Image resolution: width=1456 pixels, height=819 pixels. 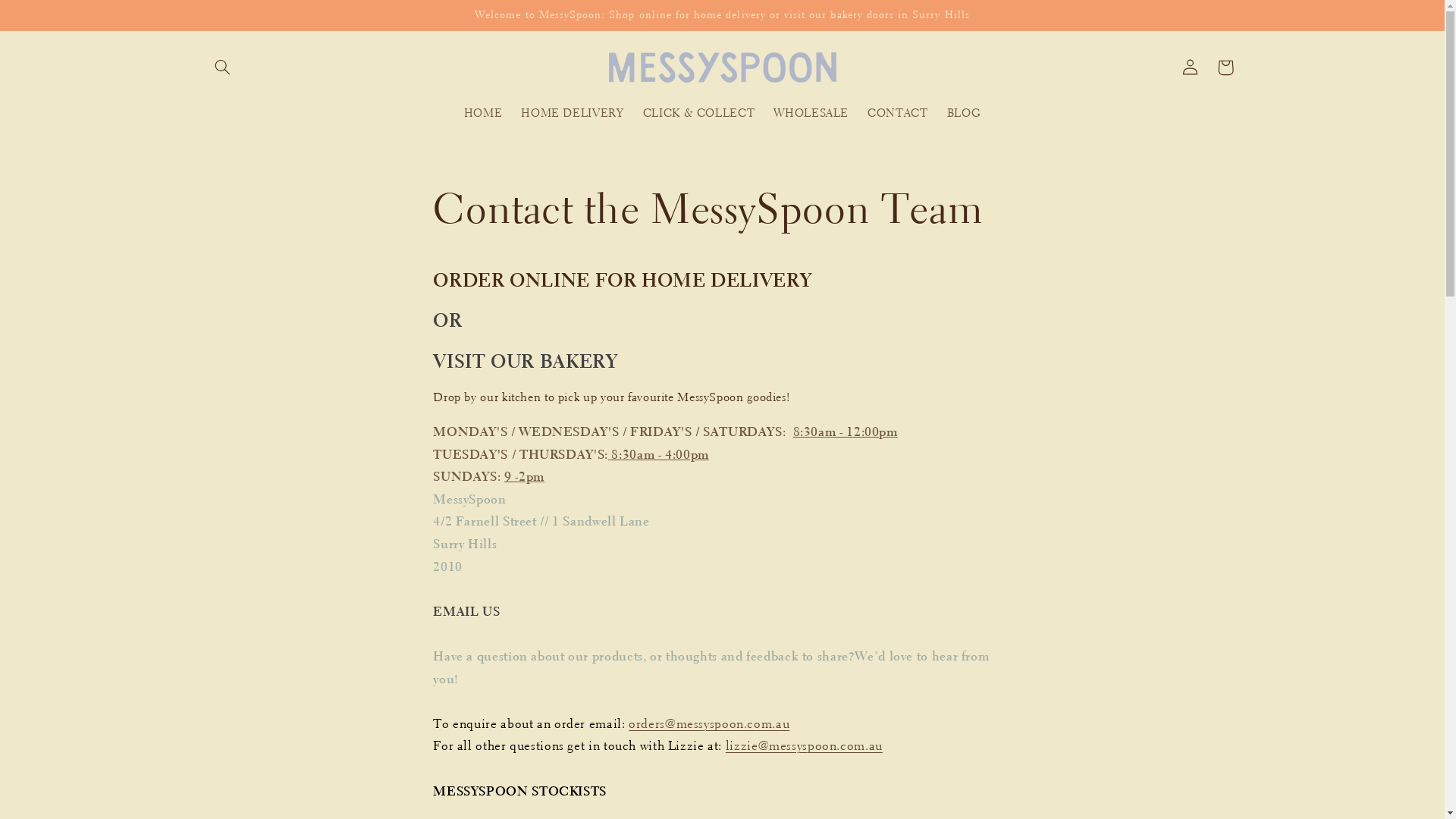 I want to click on 'Log in', so click(x=1172, y=66).